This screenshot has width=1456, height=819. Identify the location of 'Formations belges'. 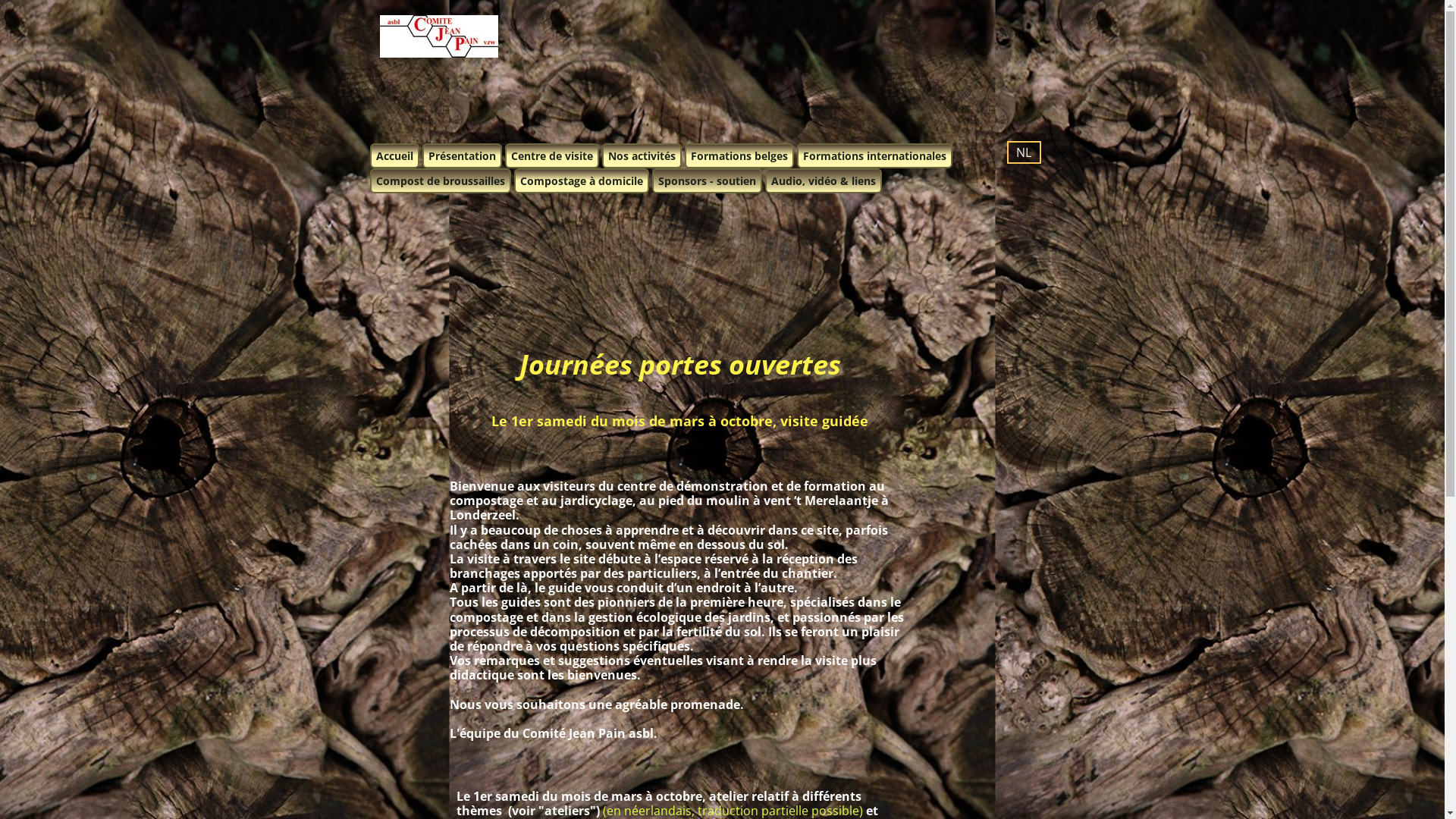
(739, 155).